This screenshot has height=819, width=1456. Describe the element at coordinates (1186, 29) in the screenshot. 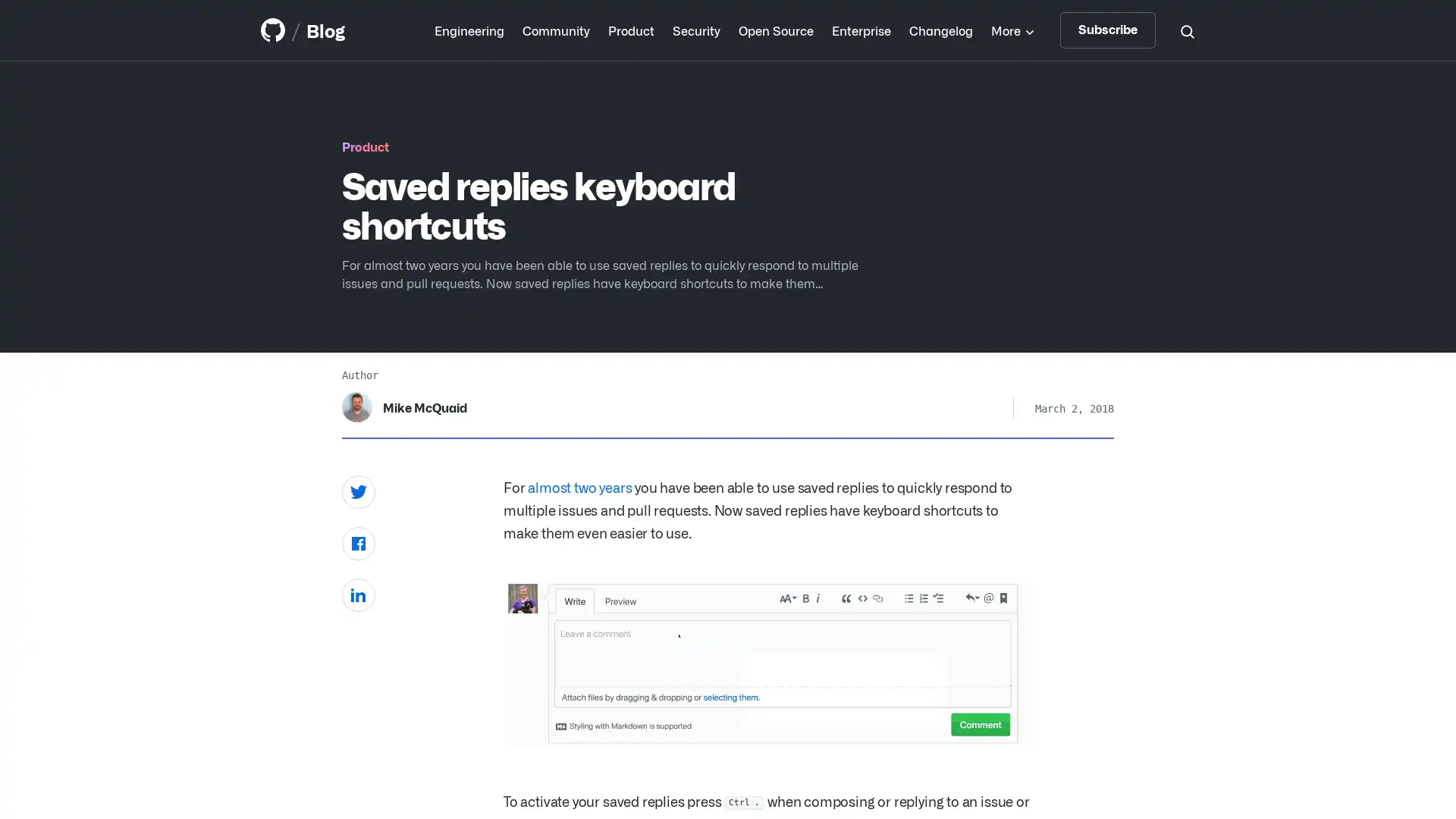

I see `Search toggle` at that location.